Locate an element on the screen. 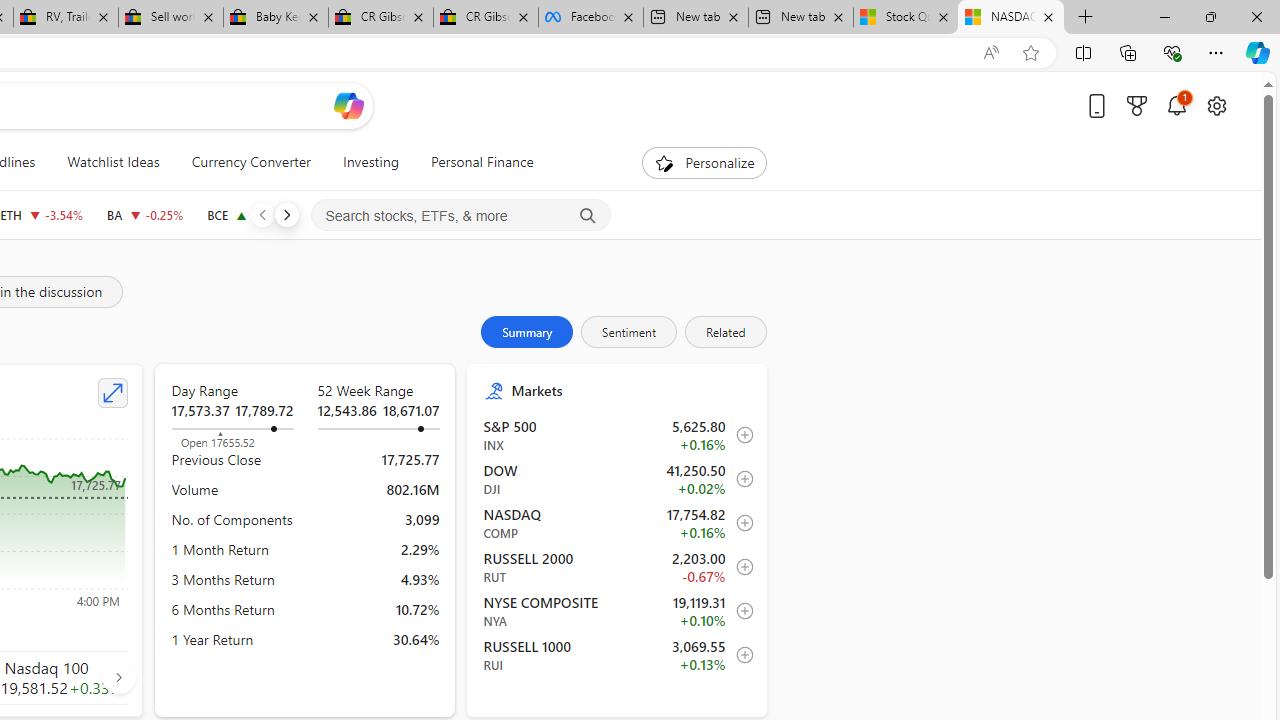  'Open Copilot' is located at coordinates (348, 105).